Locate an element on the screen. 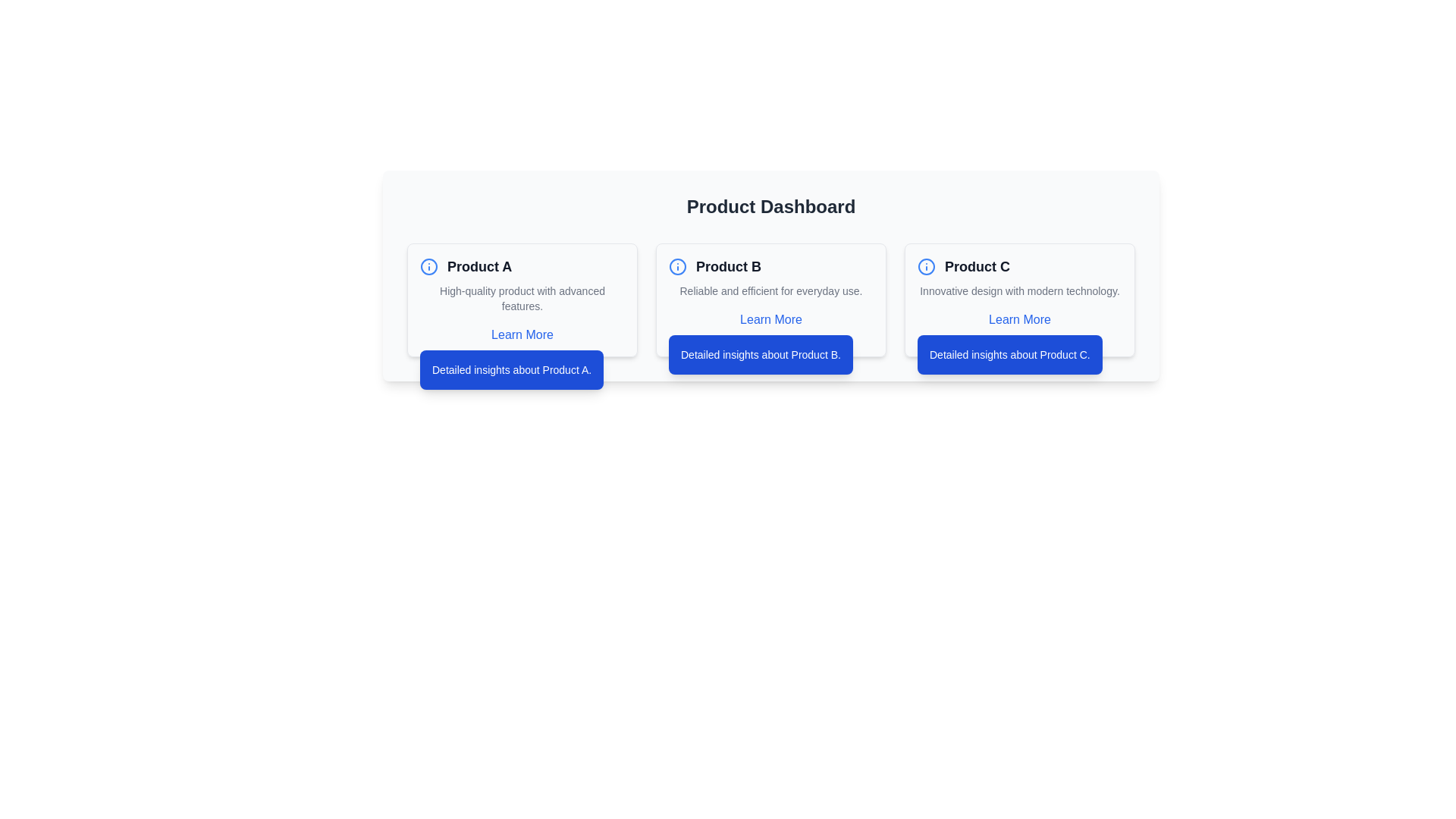  the first card in the horizontally laid-out list, which has a white background and shadow is located at coordinates (522, 300).